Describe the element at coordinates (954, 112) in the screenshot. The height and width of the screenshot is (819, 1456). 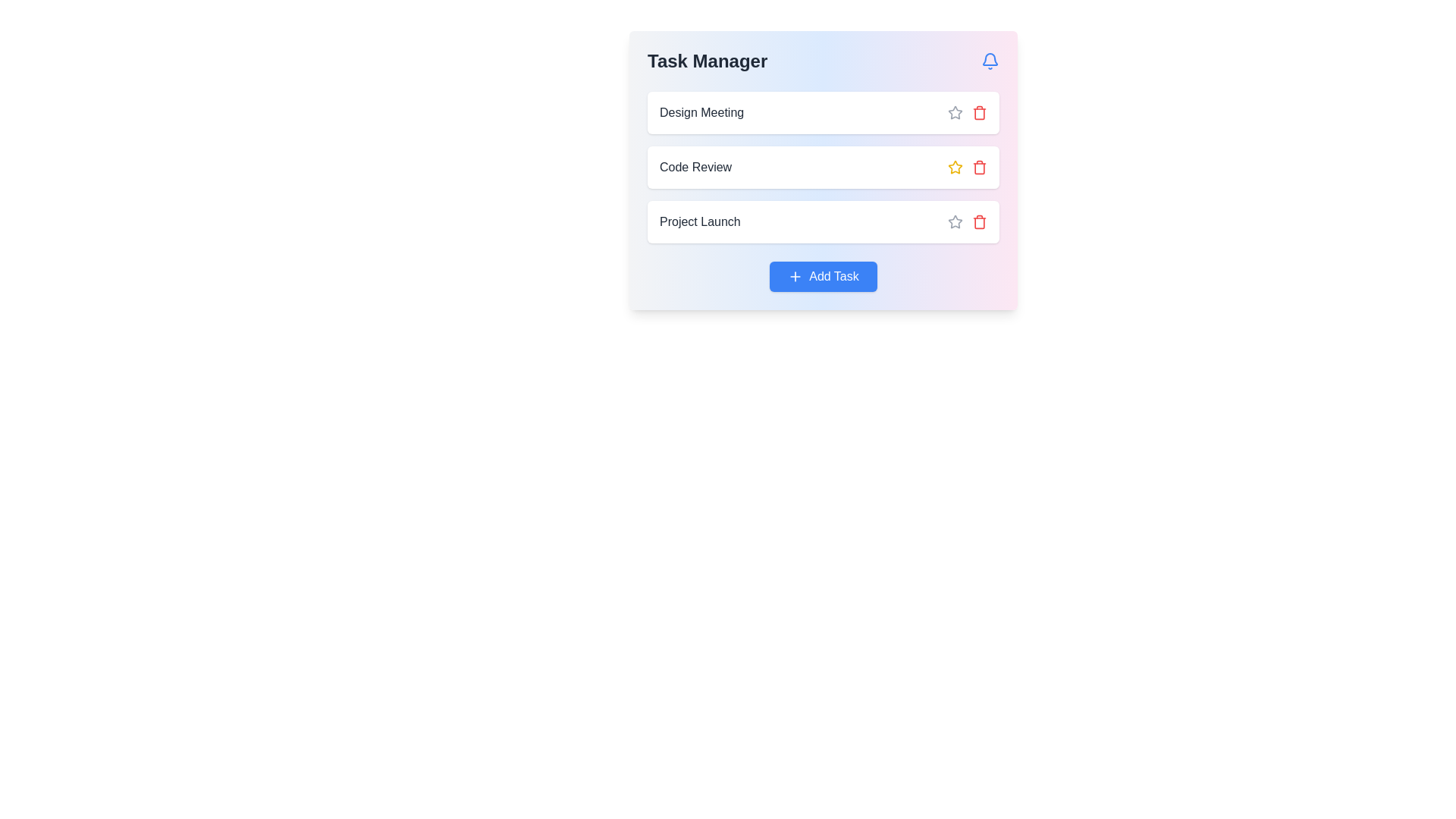
I see `the first star icon, which is gray in color and located to the right of the text 'Design Meeting' in the task list` at that location.